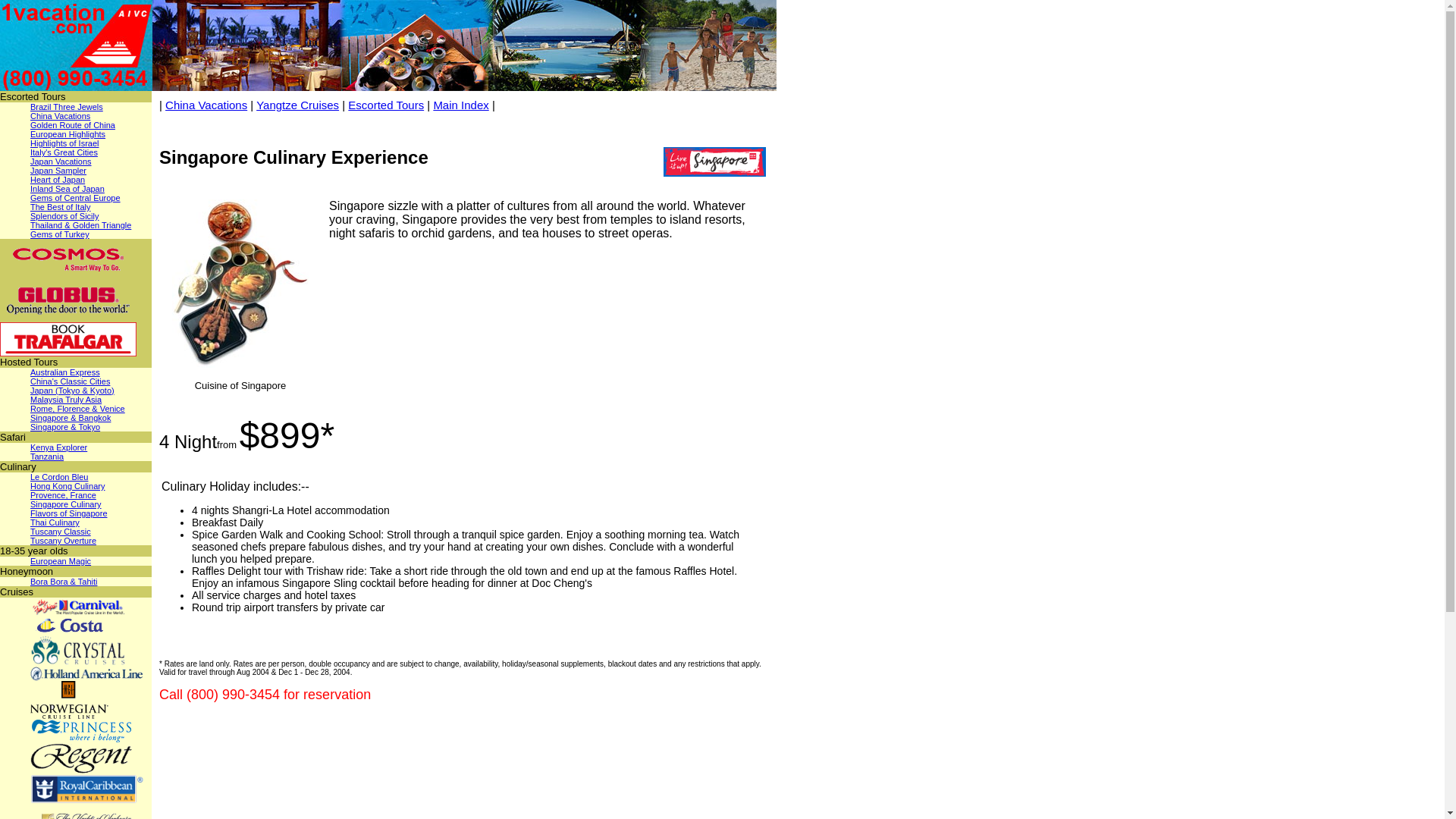 This screenshot has height=819, width=1456. I want to click on 'China's Classic Cities', so click(69, 380).